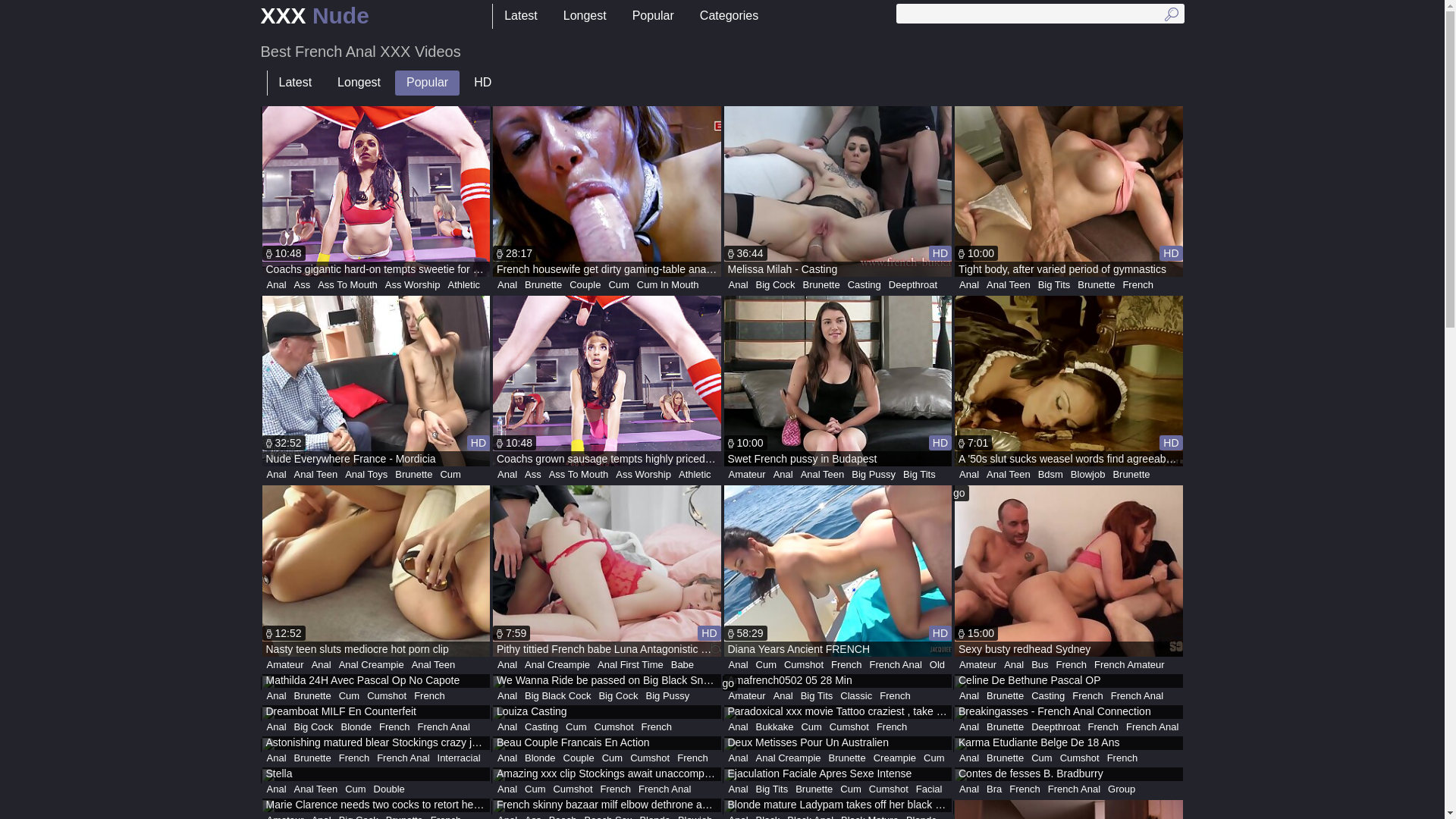 The width and height of the screenshot is (1456, 819). What do you see at coordinates (458, 758) in the screenshot?
I see `'Interracial'` at bounding box center [458, 758].